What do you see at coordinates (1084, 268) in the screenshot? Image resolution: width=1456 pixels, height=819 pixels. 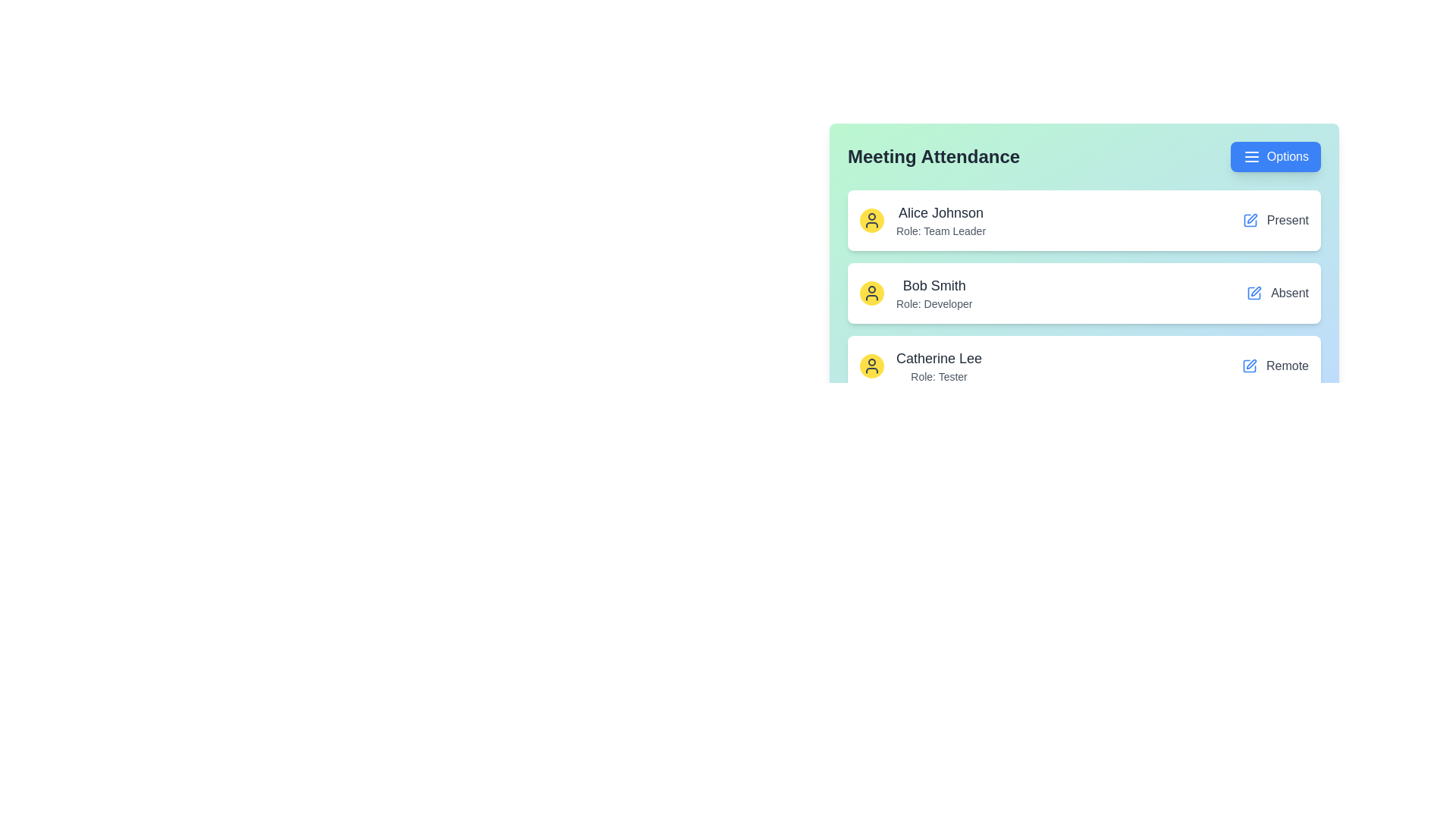 I see `Informational box containing details about Bob Smith, which is the second box in a vertical stack of three items` at bounding box center [1084, 268].